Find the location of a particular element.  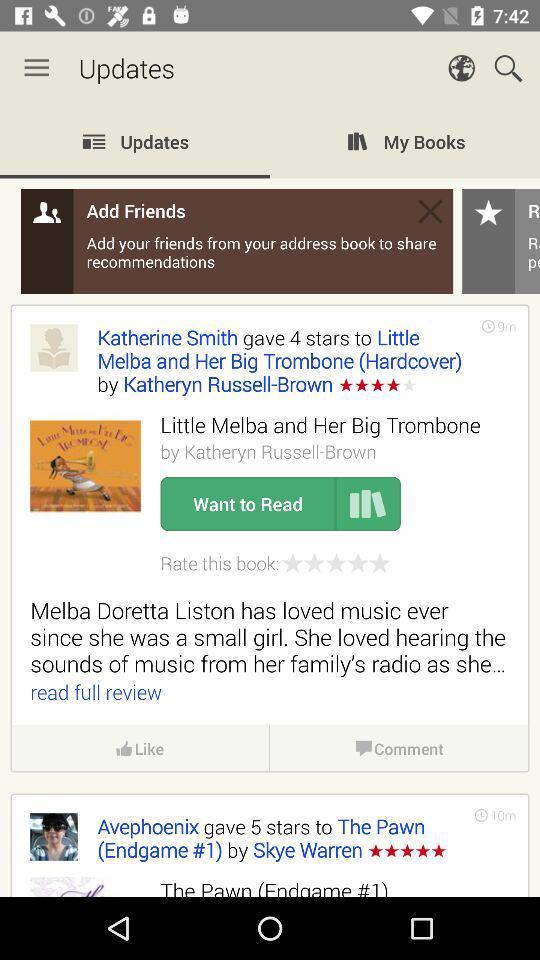

the avephoenix gave 5 icon is located at coordinates (275, 838).